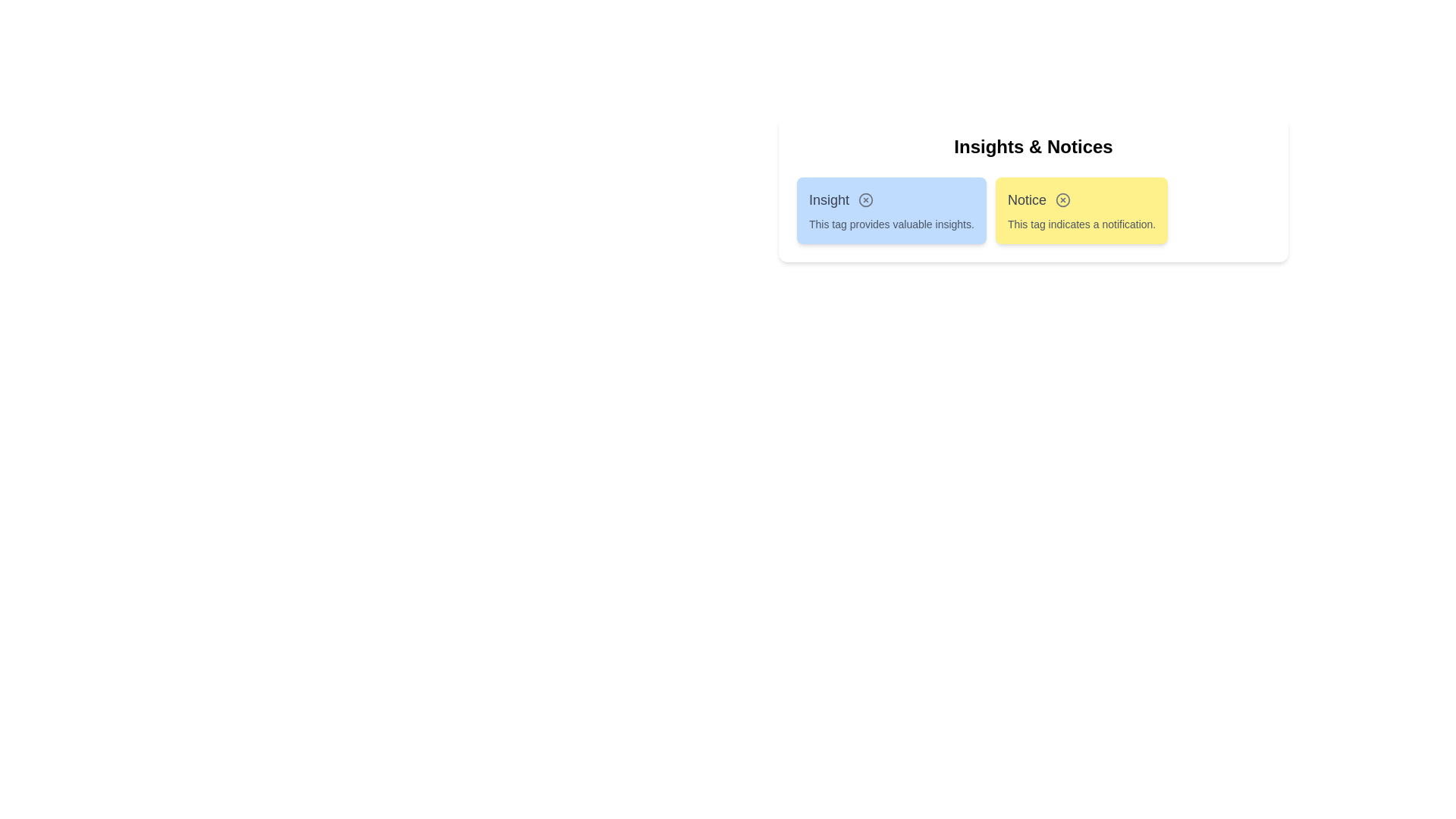 The width and height of the screenshot is (1456, 819). Describe the element at coordinates (1062, 199) in the screenshot. I see `close button on the tag labeled Notice to remove it` at that location.